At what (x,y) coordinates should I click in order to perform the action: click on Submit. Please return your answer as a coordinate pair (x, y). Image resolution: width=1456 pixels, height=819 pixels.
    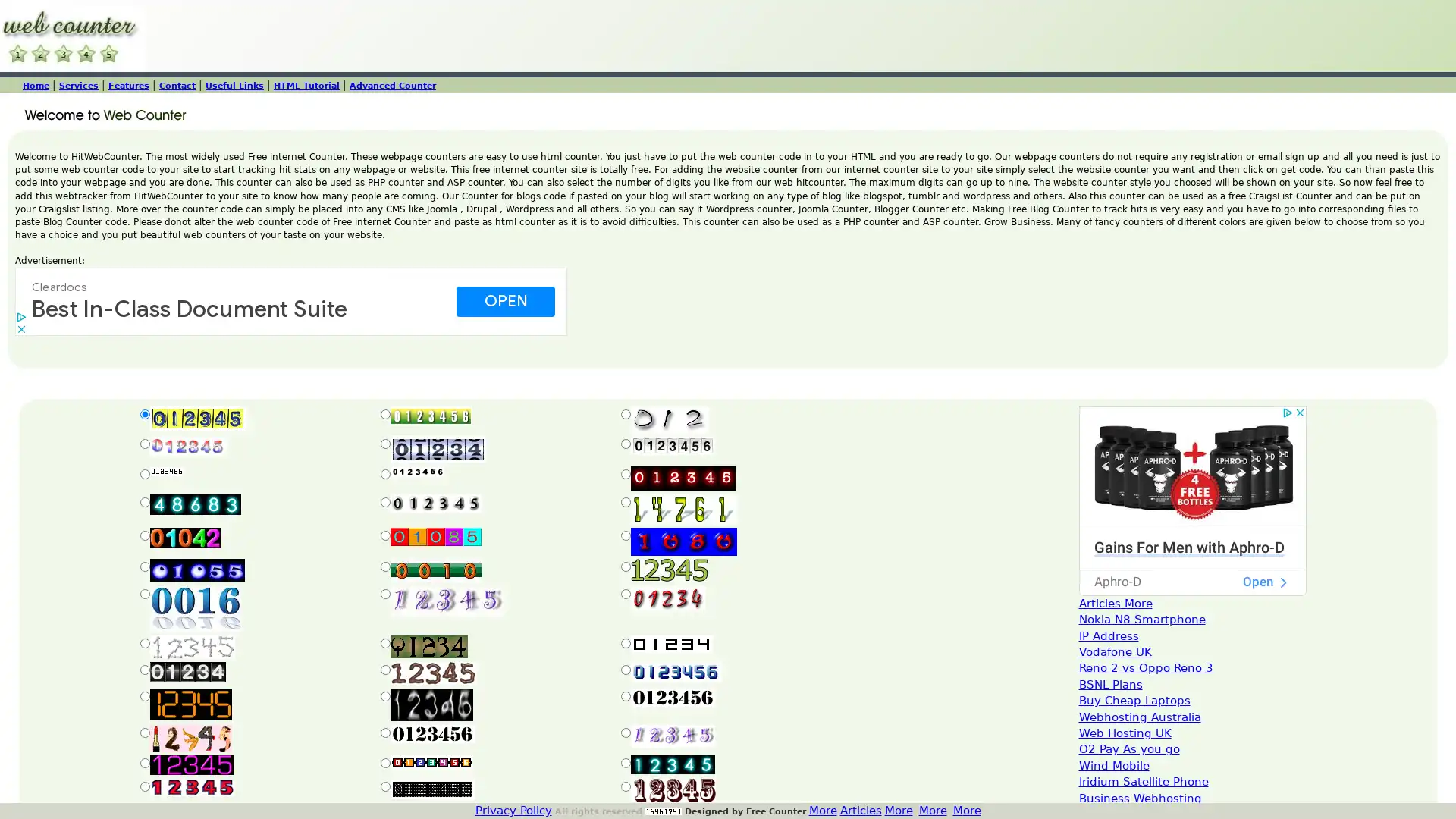
    Looking at the image, I should click on (430, 704).